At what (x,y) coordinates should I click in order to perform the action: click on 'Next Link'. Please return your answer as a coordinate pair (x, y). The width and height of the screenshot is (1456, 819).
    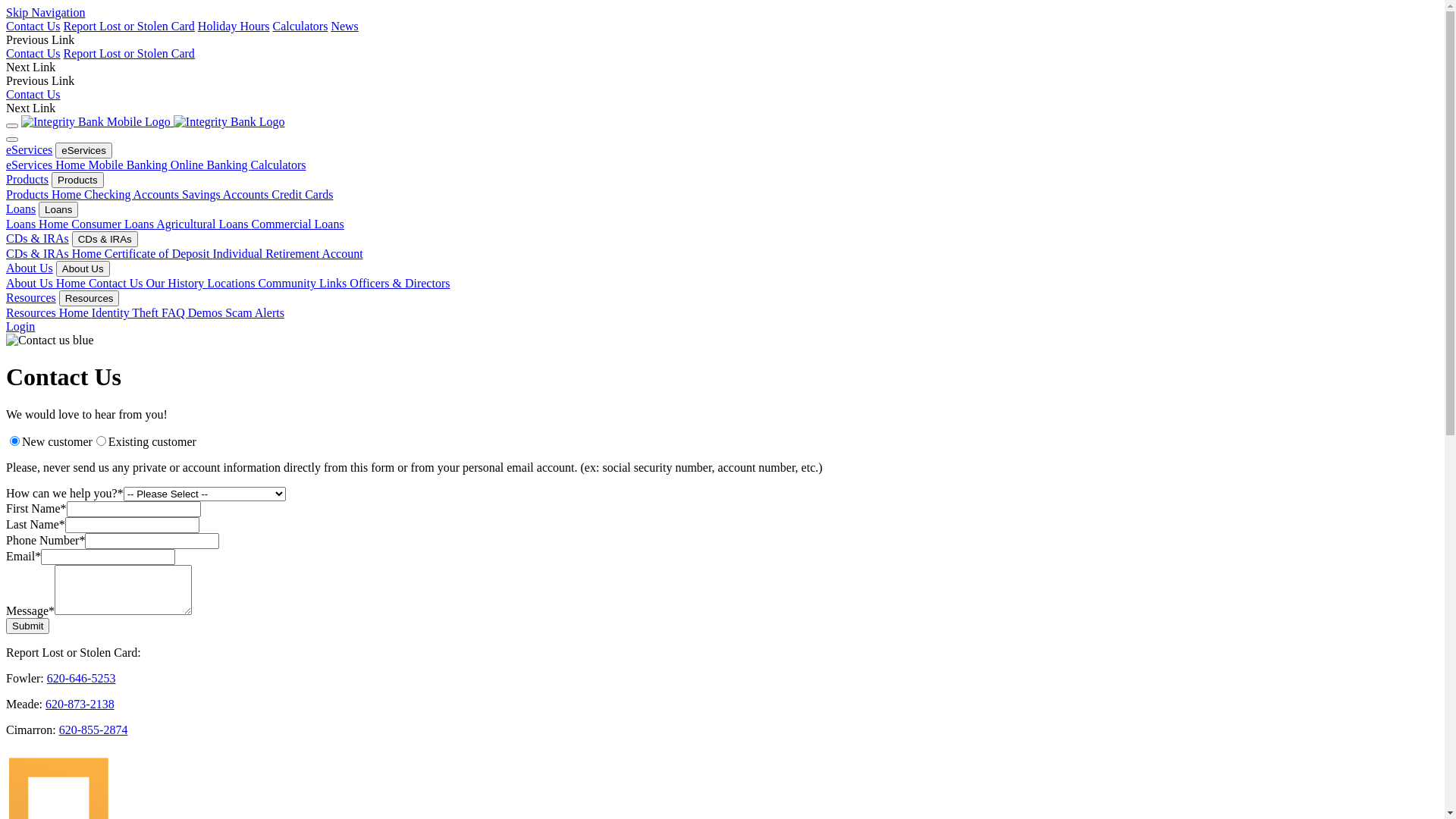
    Looking at the image, I should click on (30, 107).